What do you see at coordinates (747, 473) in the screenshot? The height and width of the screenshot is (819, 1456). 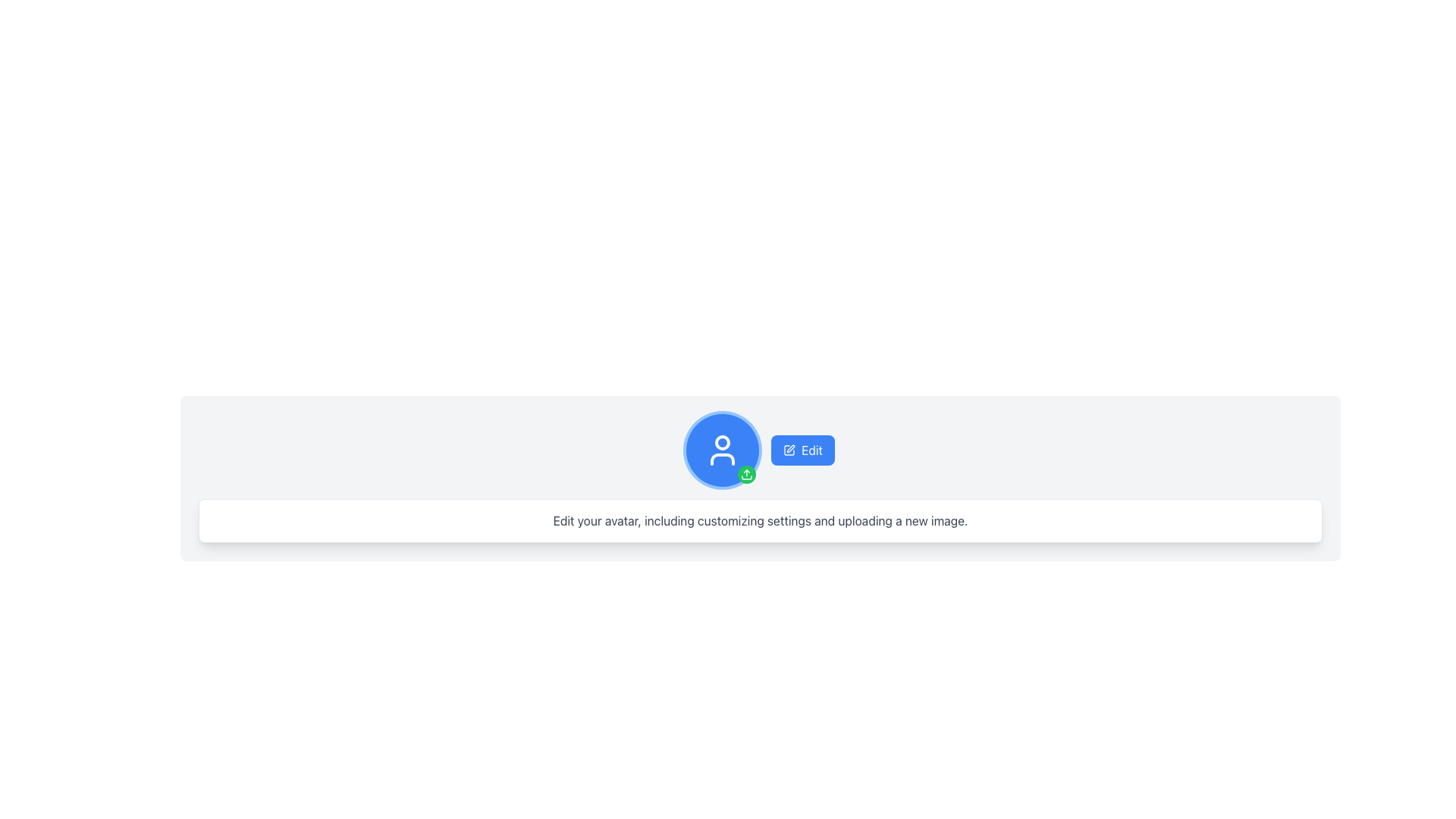 I see `the button located at the bottom-right of the circular profile icon` at bounding box center [747, 473].